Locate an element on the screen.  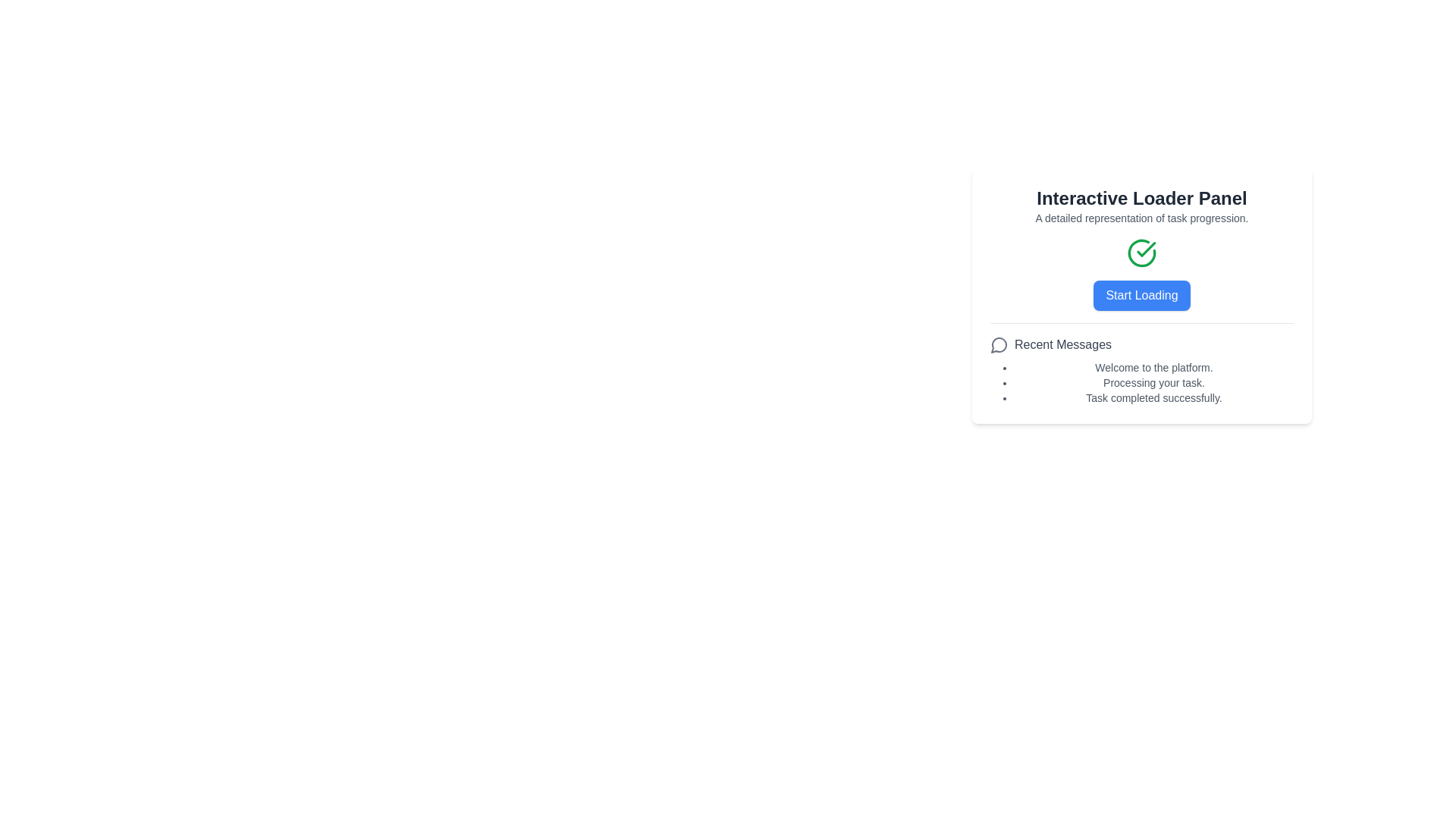
the horizontal separator line positioned under the 'Start Loading' button and above the 'Recent Messages' section to improve content readability is located at coordinates (1142, 322).